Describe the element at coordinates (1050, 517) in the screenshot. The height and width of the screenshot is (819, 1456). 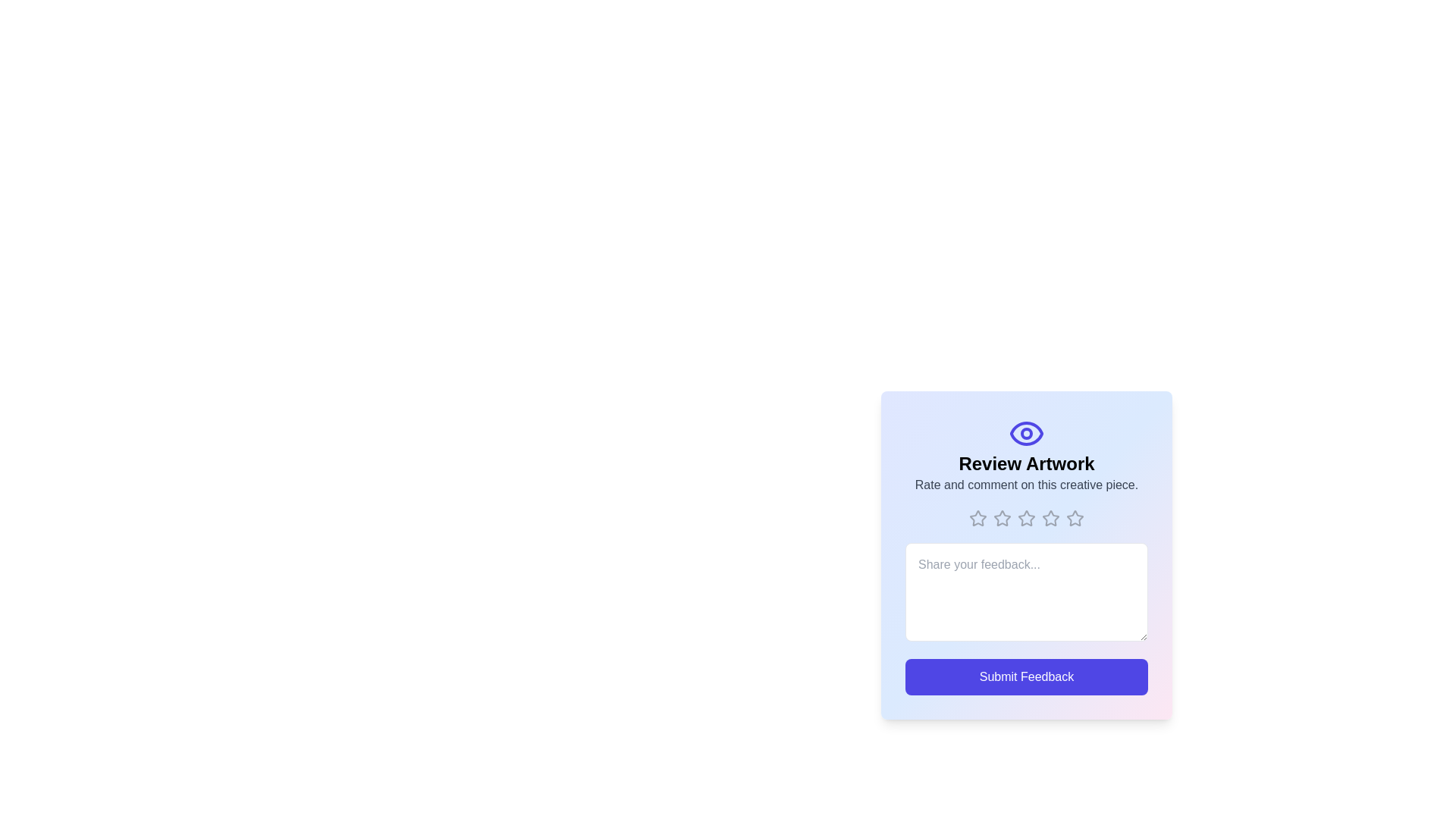
I see `the rating to 4 stars by clicking on the corresponding star` at that location.